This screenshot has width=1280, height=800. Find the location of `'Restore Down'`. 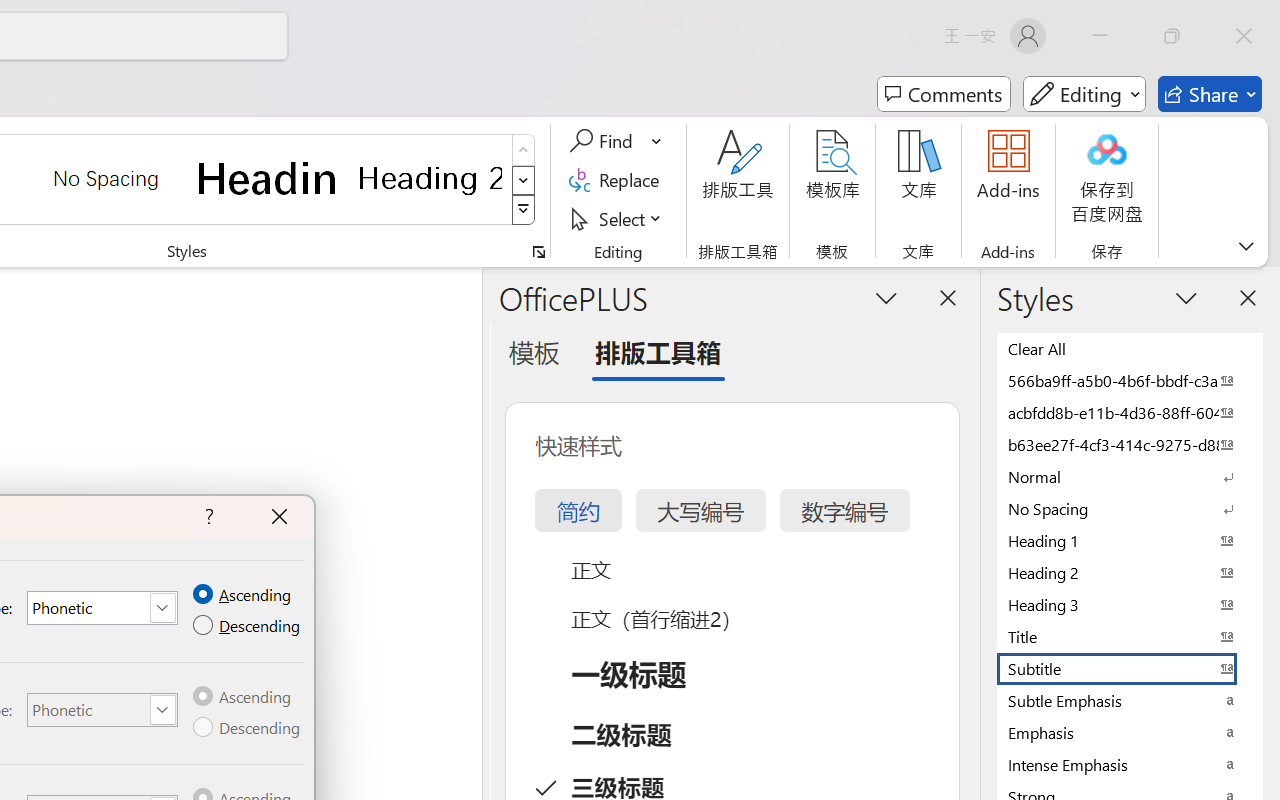

'Restore Down' is located at coordinates (1172, 35).